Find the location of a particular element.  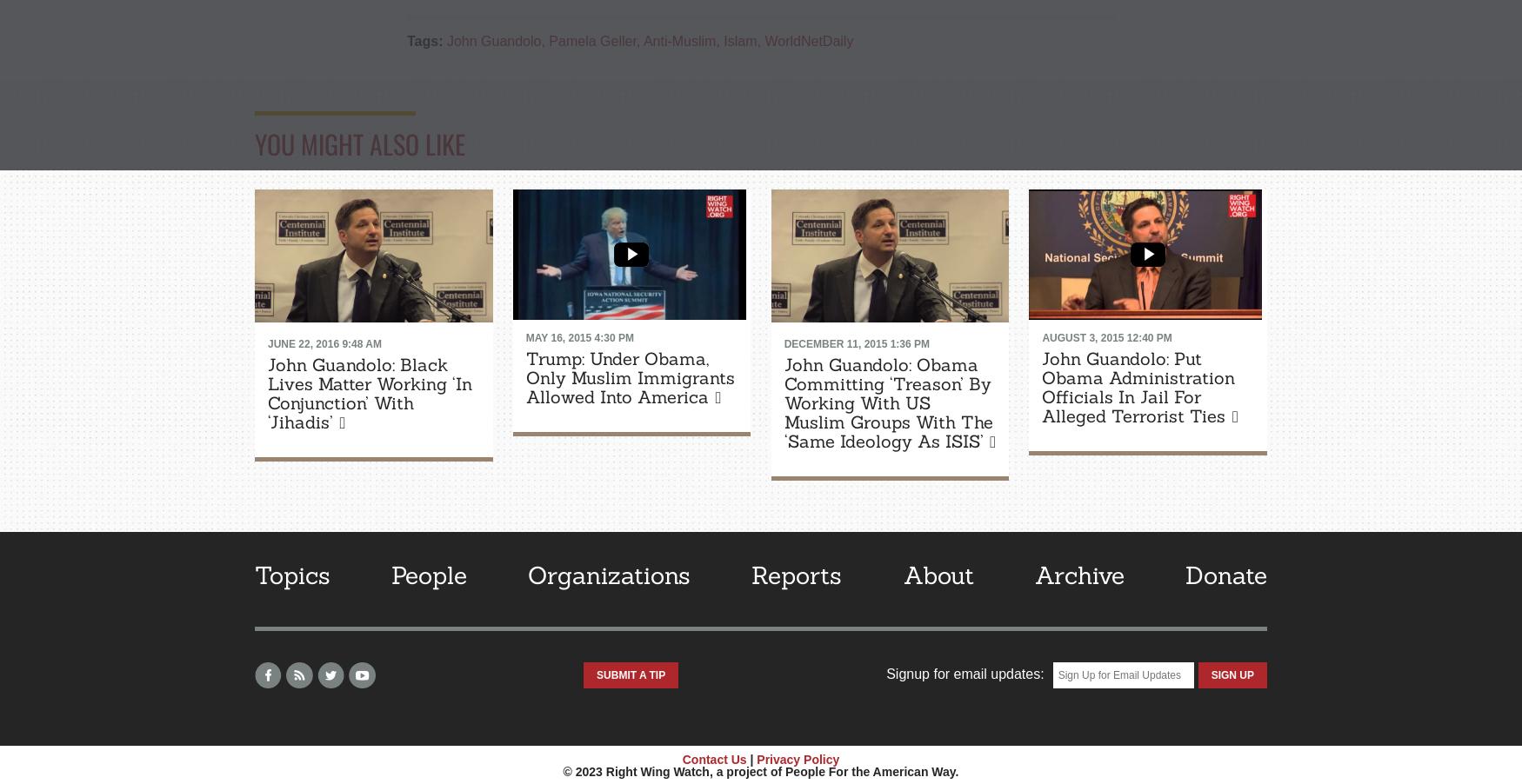

'Signup for email updates:' is located at coordinates (965, 672).